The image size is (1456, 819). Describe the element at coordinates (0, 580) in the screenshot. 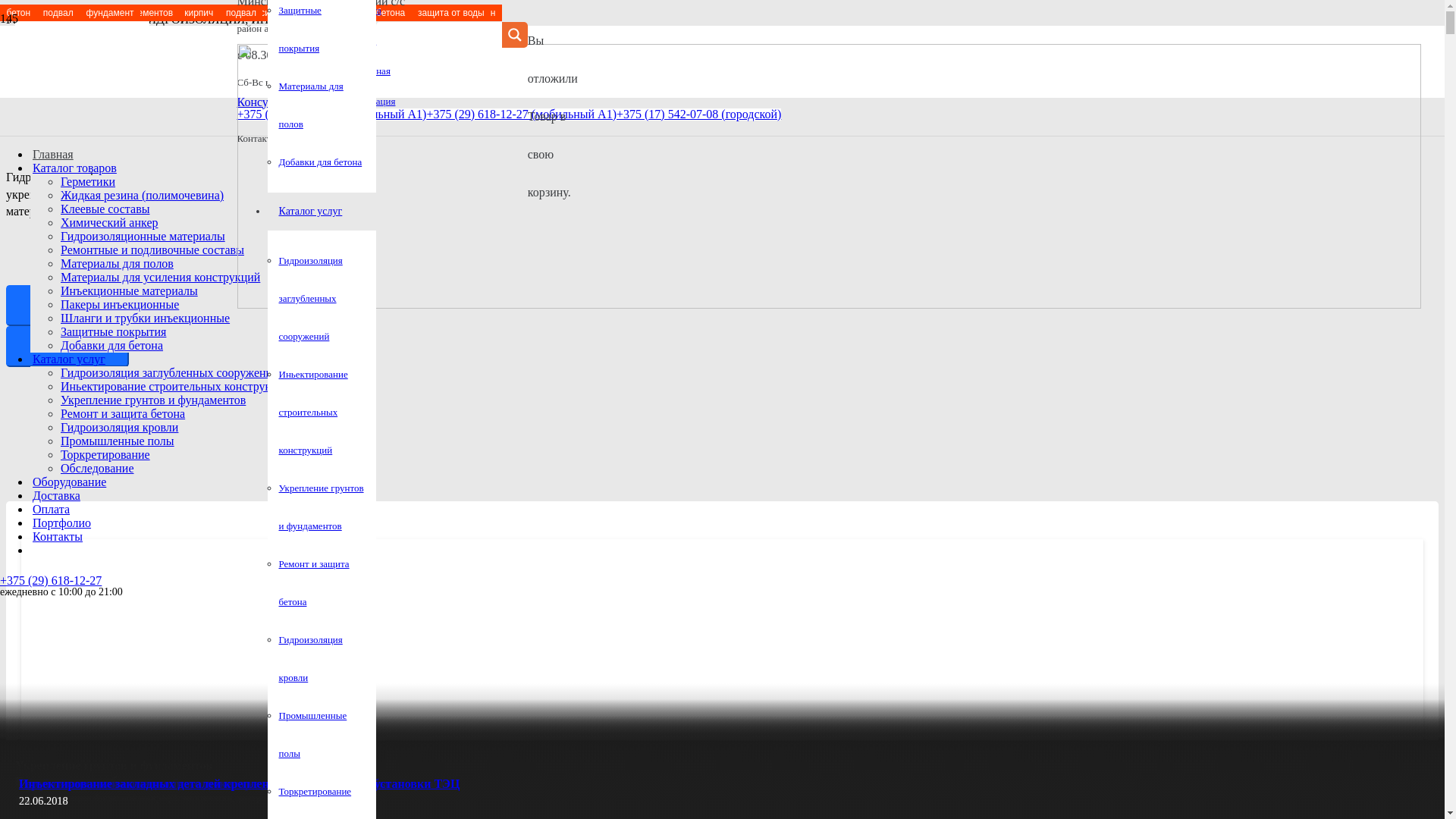

I see `'+375 (29) 618-12-27'` at that location.